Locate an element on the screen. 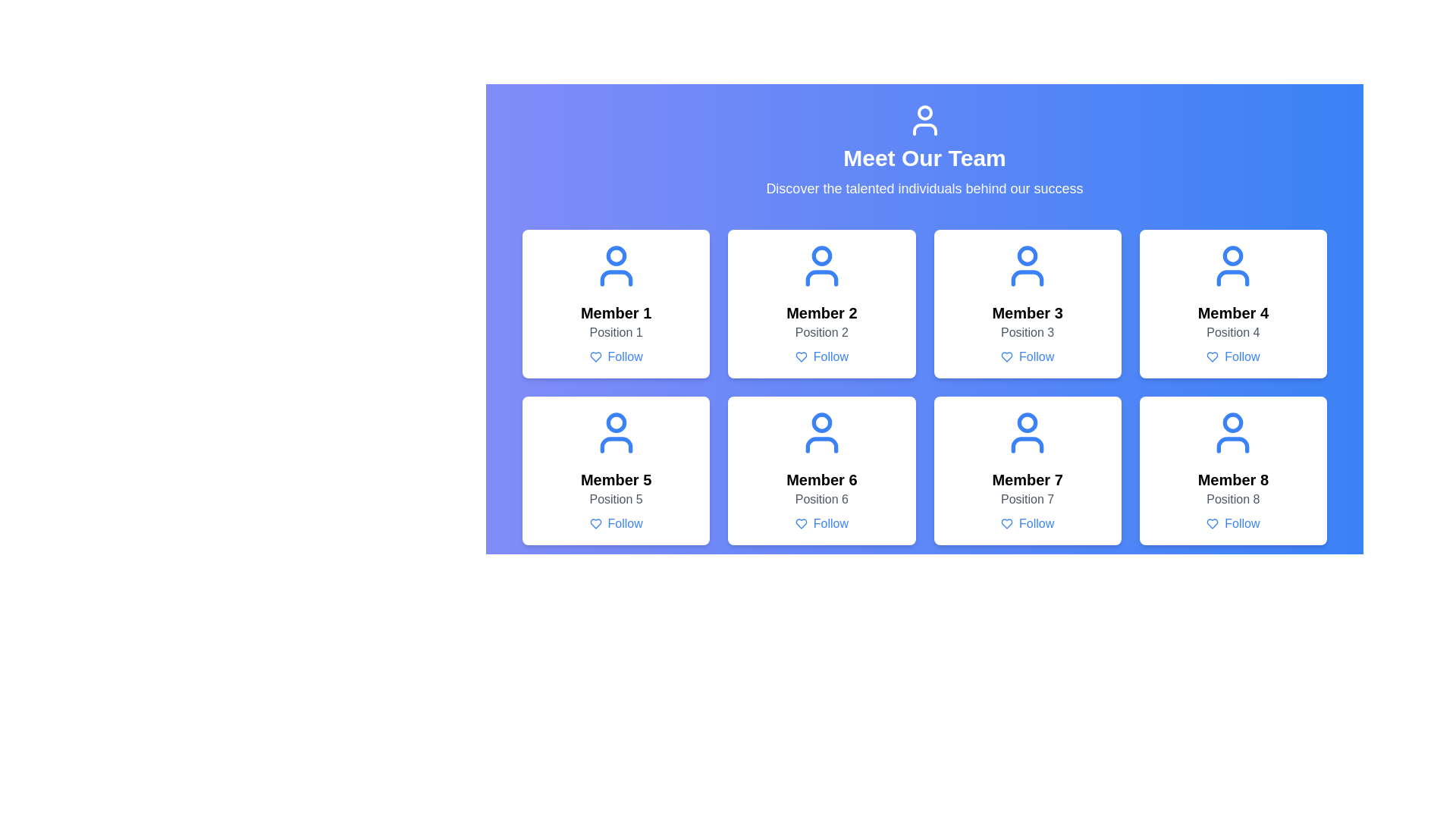 The width and height of the screenshot is (1456, 819). the head portion of the avatar graphic representing 'Member 5' located in the bottom-left quadrant of the grid layout is located at coordinates (616, 422).